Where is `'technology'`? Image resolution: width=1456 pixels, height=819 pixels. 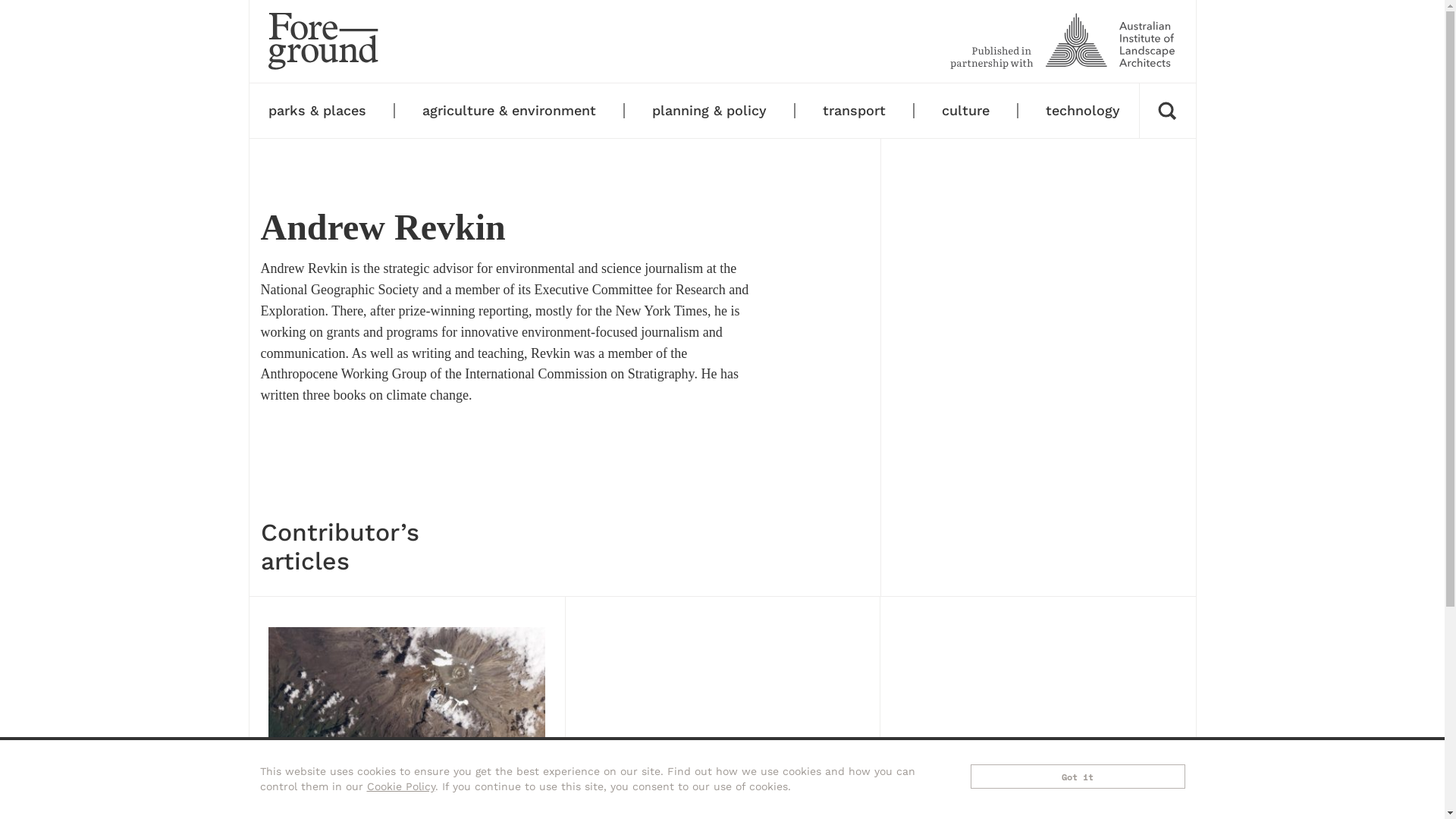
'technology' is located at coordinates (1043, 110).